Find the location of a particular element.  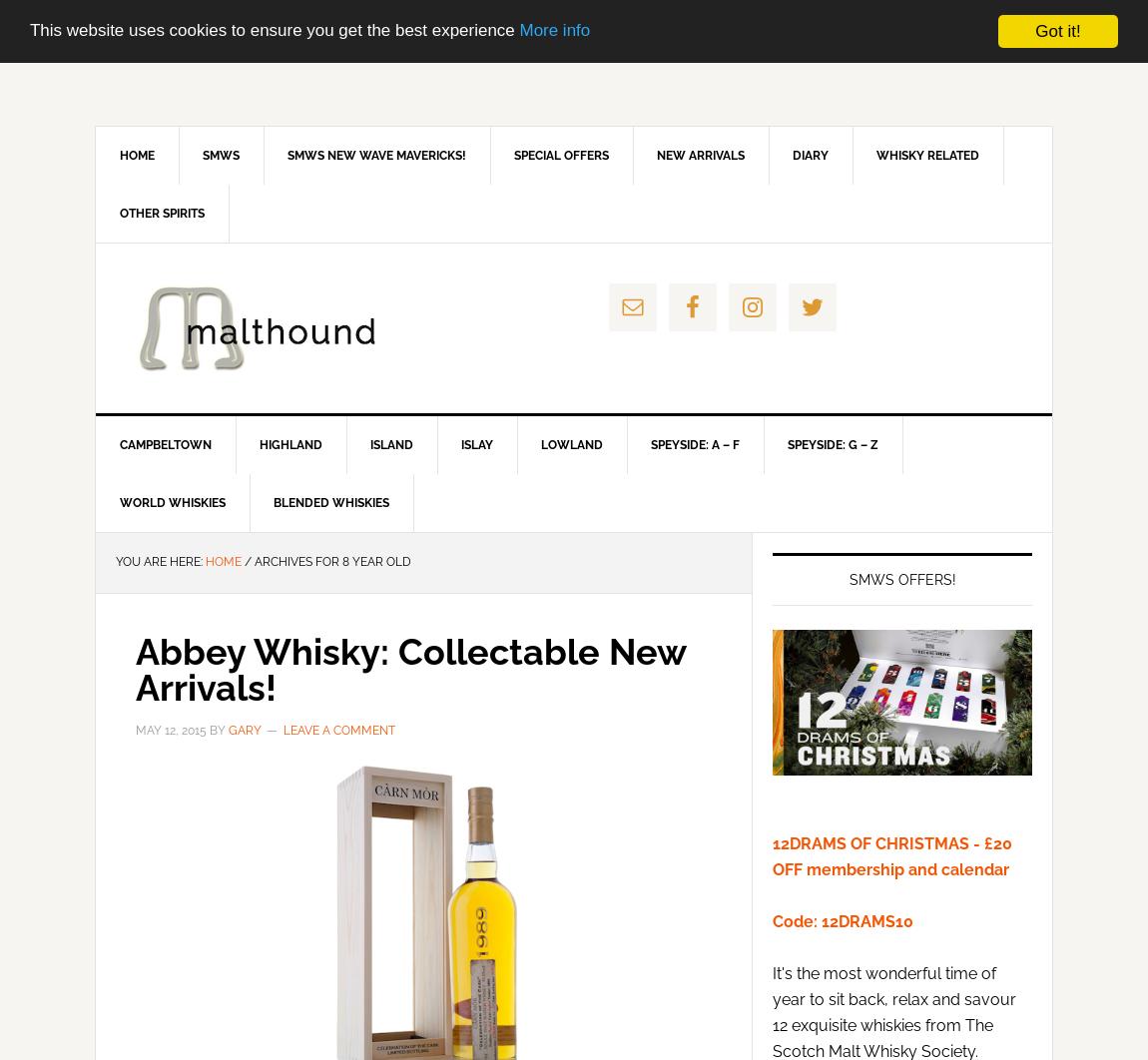

'Special Offers' is located at coordinates (561, 156).